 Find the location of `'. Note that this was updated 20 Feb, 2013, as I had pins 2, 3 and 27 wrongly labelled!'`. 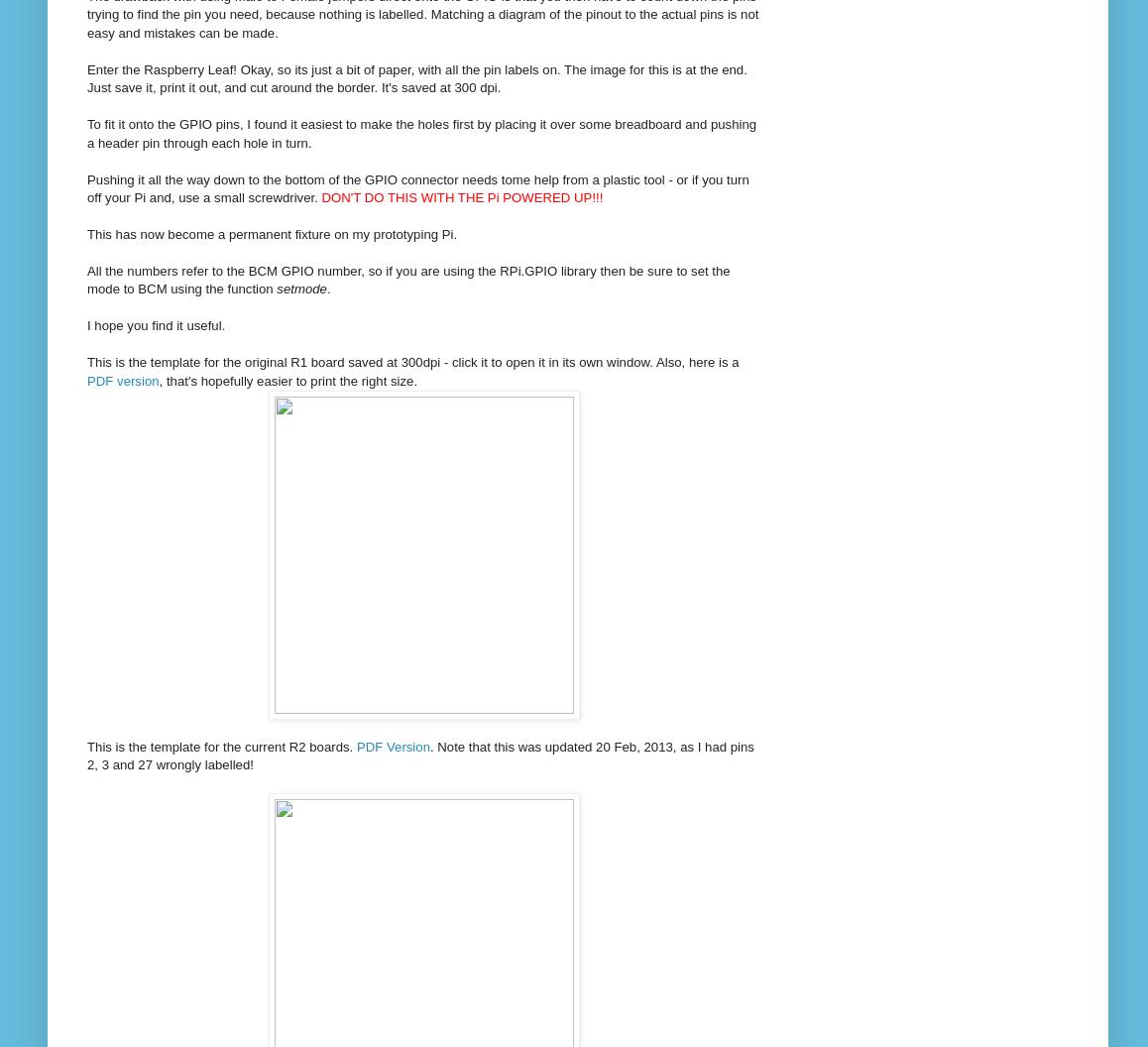

'. Note that this was updated 20 Feb, 2013, as I had pins 2, 3 and 27 wrongly labelled!' is located at coordinates (419, 755).